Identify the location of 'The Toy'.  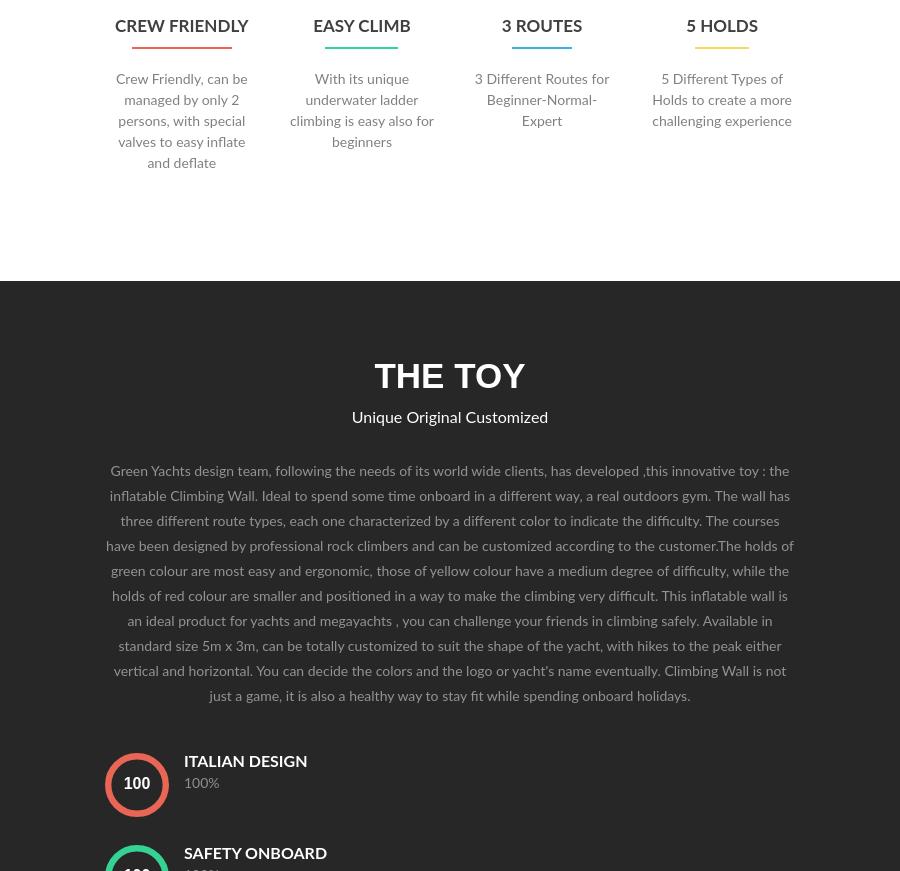
(449, 373).